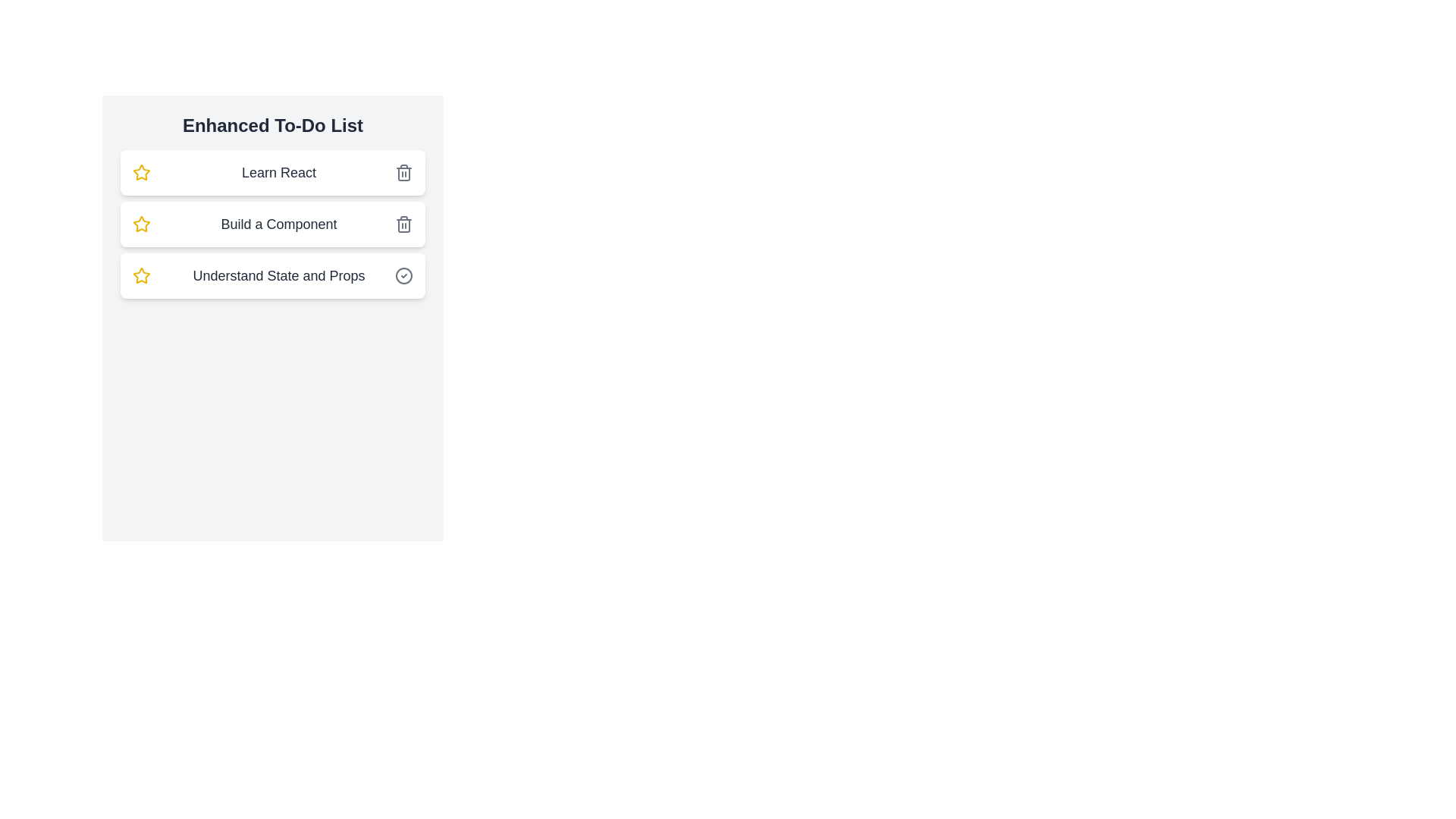 This screenshot has width=1456, height=819. Describe the element at coordinates (142, 224) in the screenshot. I see `the second star icon from the top of the list, located to the left of the 'Build a Component' task` at that location.